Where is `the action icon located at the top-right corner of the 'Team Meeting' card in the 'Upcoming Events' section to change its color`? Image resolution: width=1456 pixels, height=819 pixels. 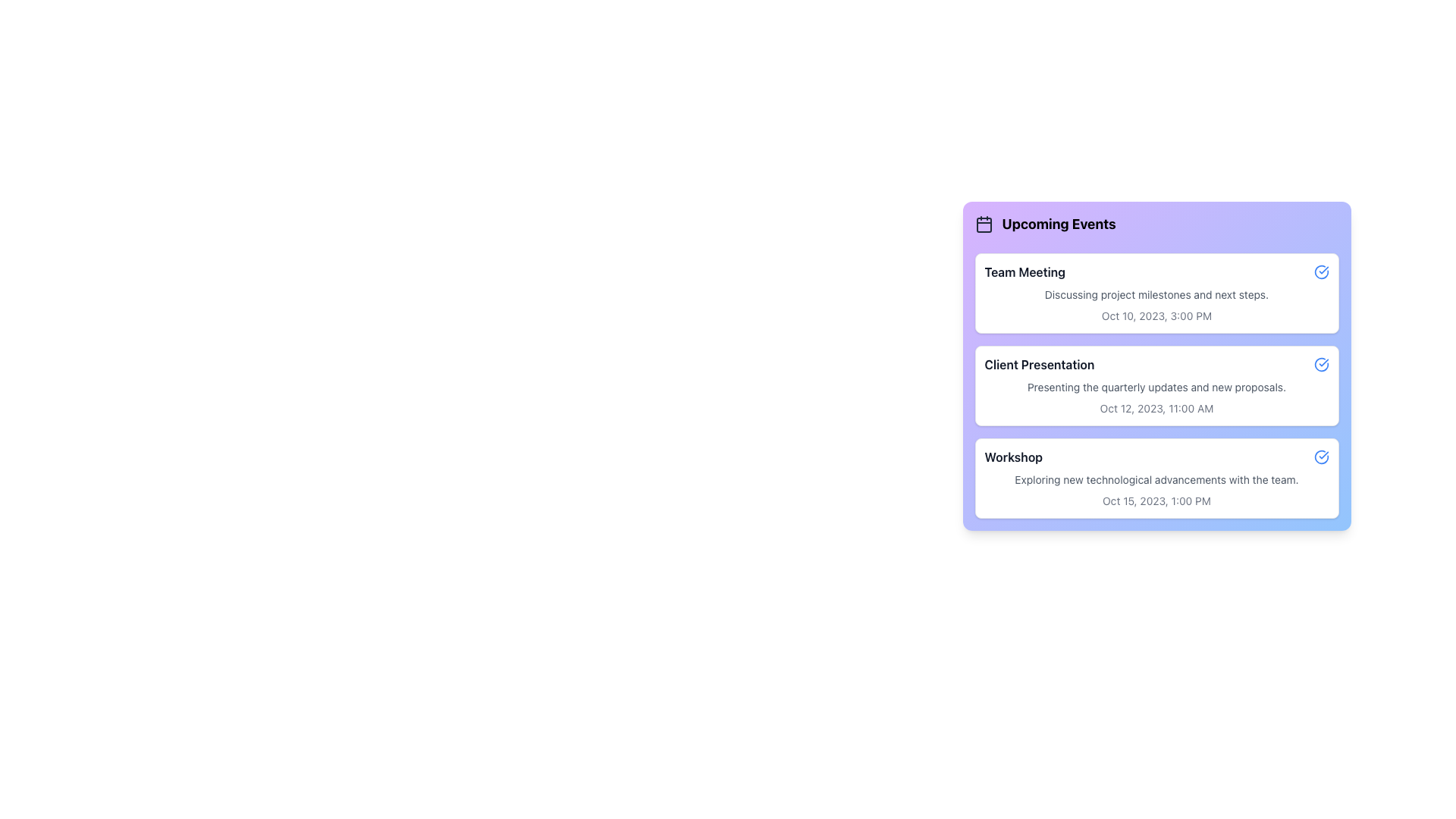 the action icon located at the top-right corner of the 'Team Meeting' card in the 'Upcoming Events' section to change its color is located at coordinates (1320, 271).